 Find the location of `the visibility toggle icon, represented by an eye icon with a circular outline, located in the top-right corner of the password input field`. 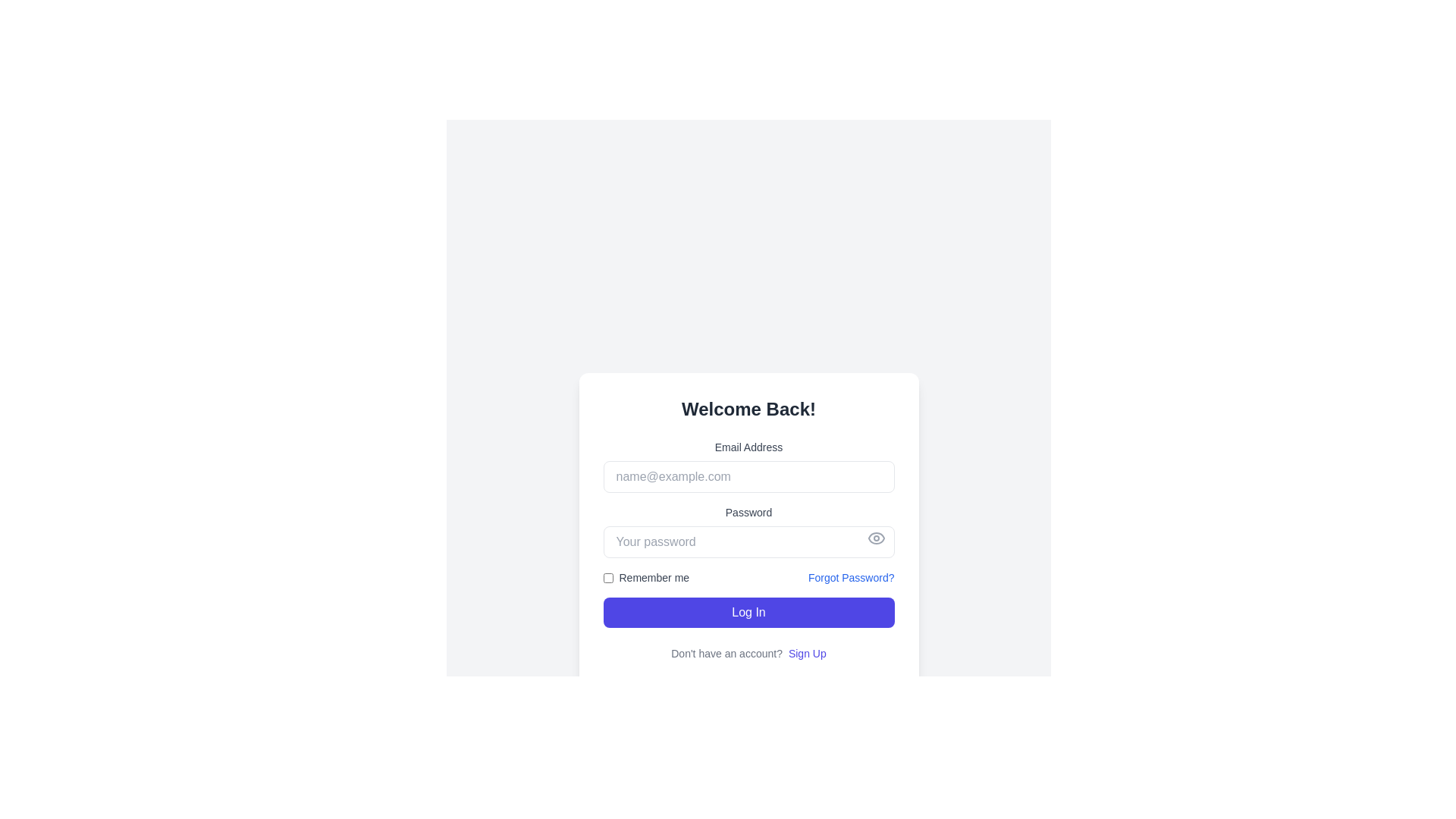

the visibility toggle icon, represented by an eye icon with a circular outline, located in the top-right corner of the password input field is located at coordinates (876, 537).